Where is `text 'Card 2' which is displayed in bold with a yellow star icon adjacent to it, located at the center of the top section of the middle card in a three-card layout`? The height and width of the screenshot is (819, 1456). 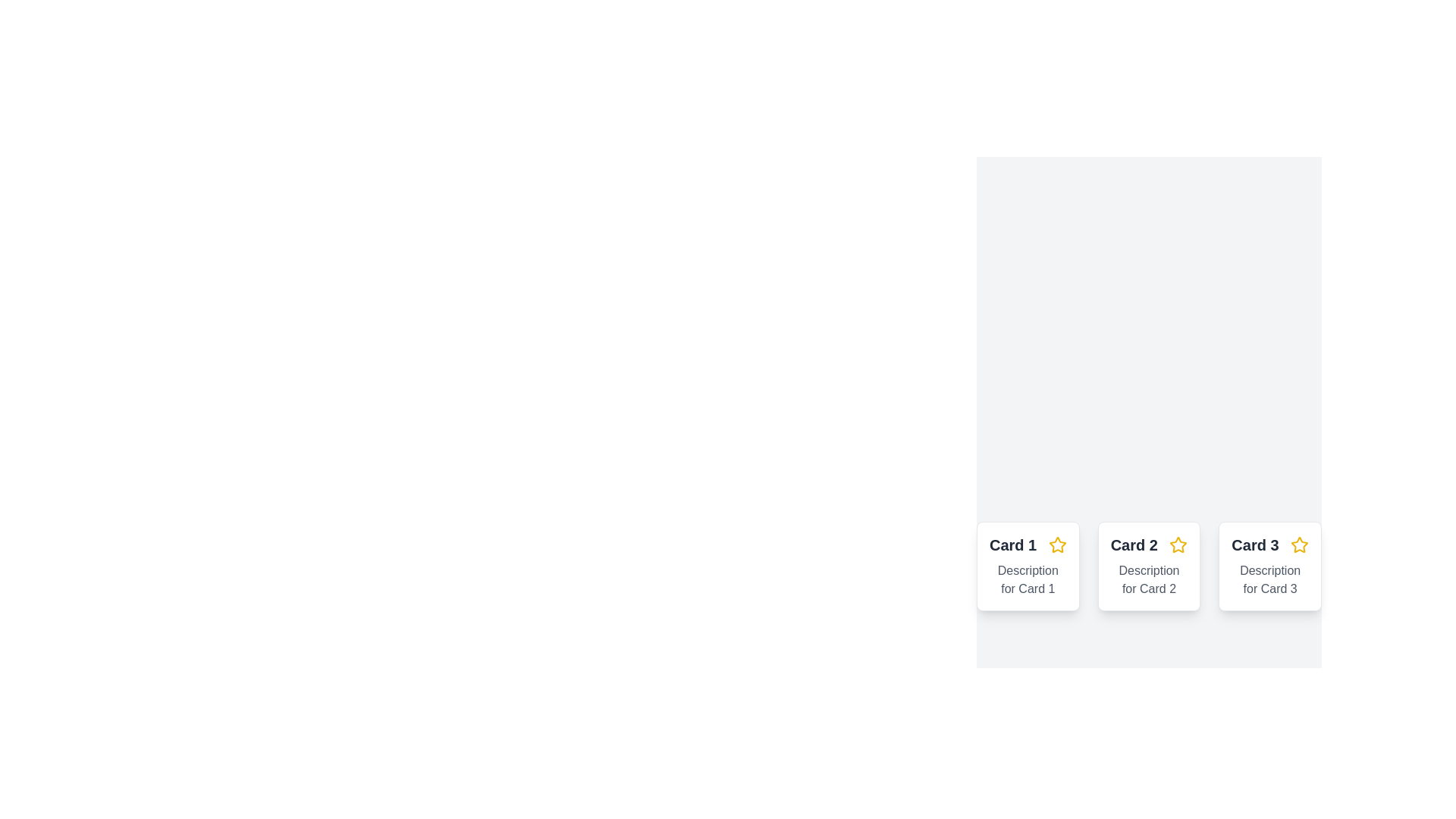
text 'Card 2' which is displayed in bold with a yellow star icon adjacent to it, located at the center of the top section of the middle card in a three-card layout is located at coordinates (1149, 544).